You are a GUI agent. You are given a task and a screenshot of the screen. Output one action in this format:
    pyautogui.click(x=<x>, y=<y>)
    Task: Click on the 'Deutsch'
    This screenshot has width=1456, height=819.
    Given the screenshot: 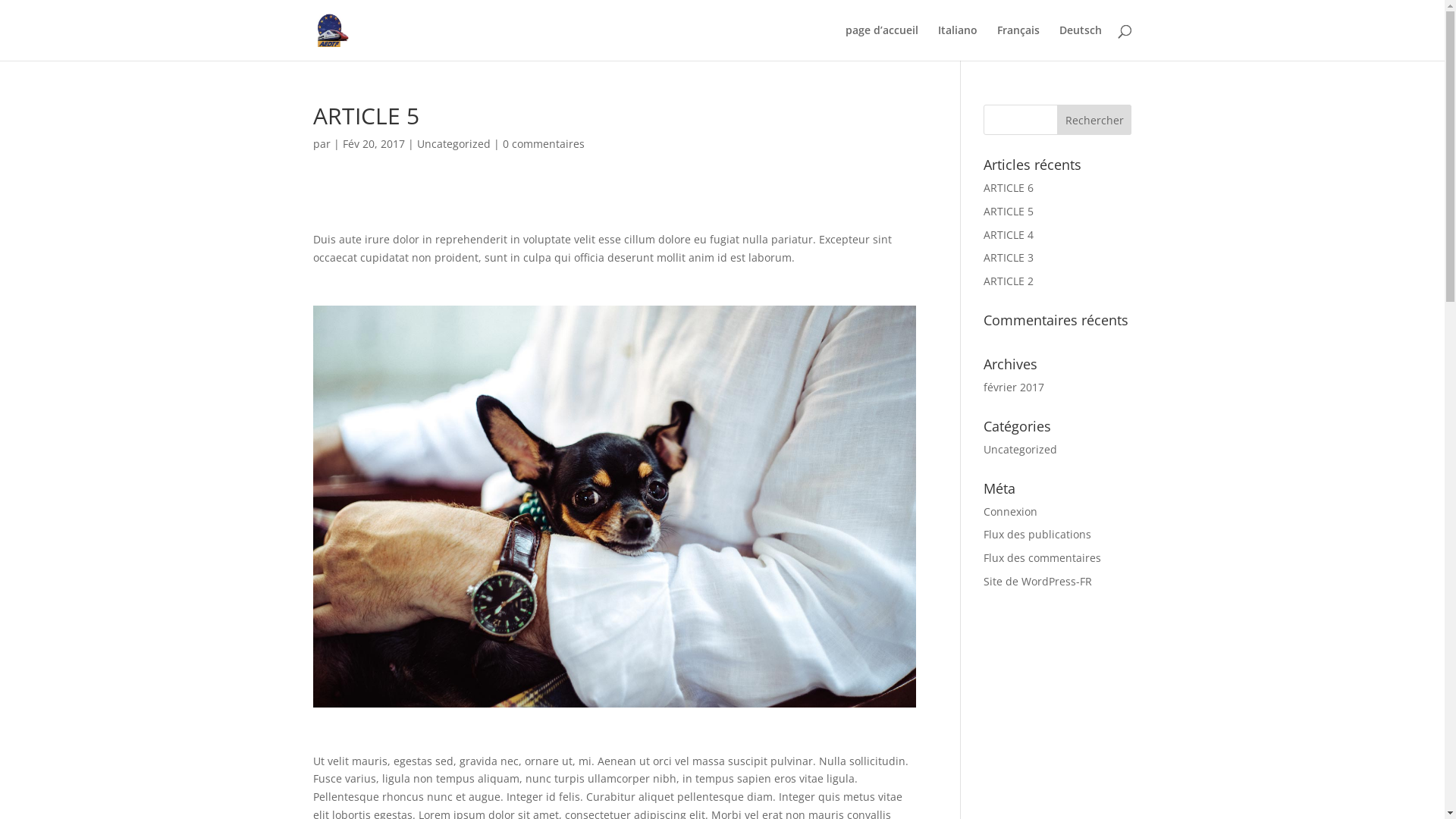 What is the action you would take?
    pyautogui.click(x=1079, y=42)
    